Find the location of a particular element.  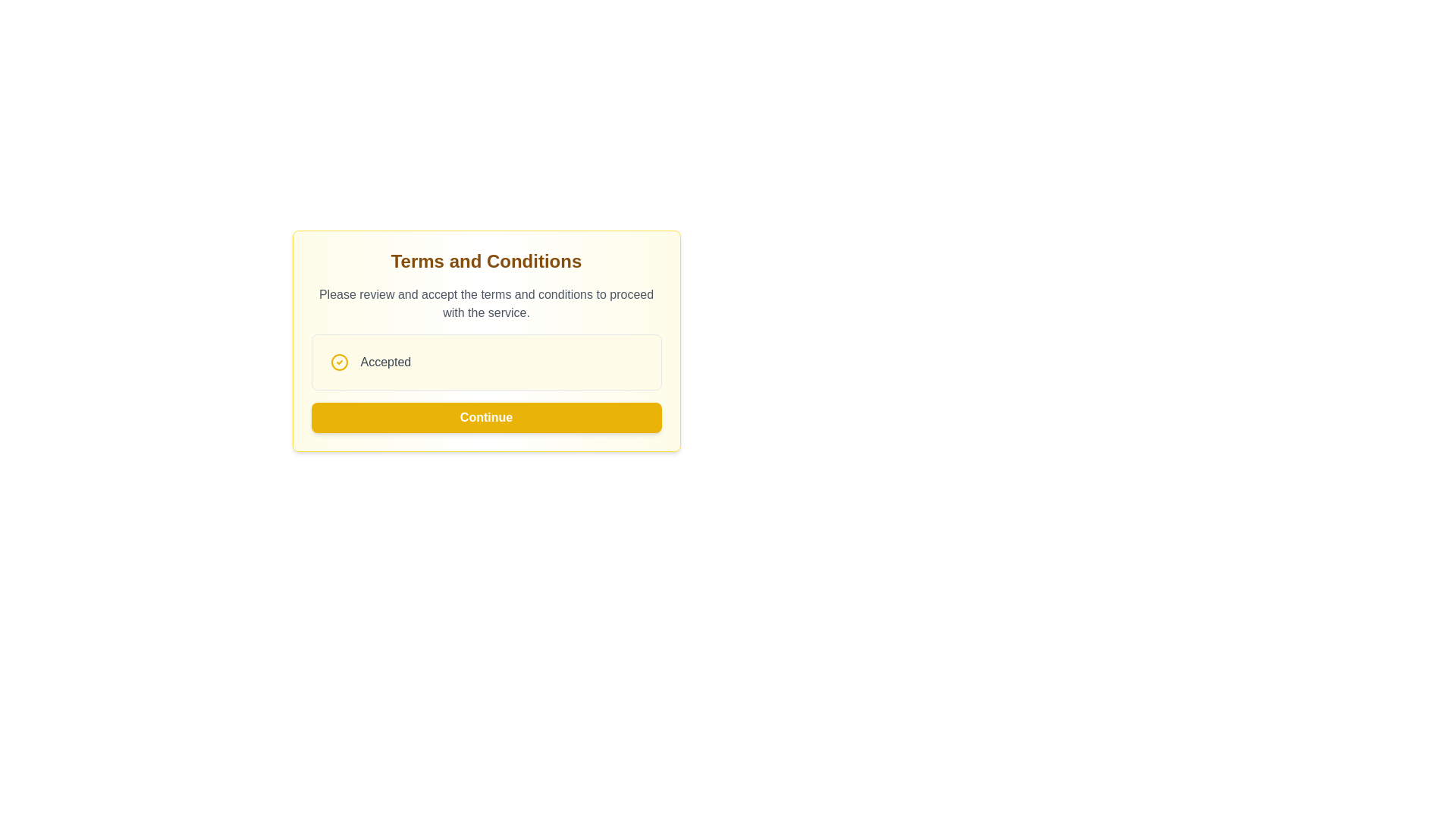

the decorative SVG Circle graphic associated with the checkbox for the 'Accepted' label, which is centrally located within the checkbox is located at coordinates (338, 362).